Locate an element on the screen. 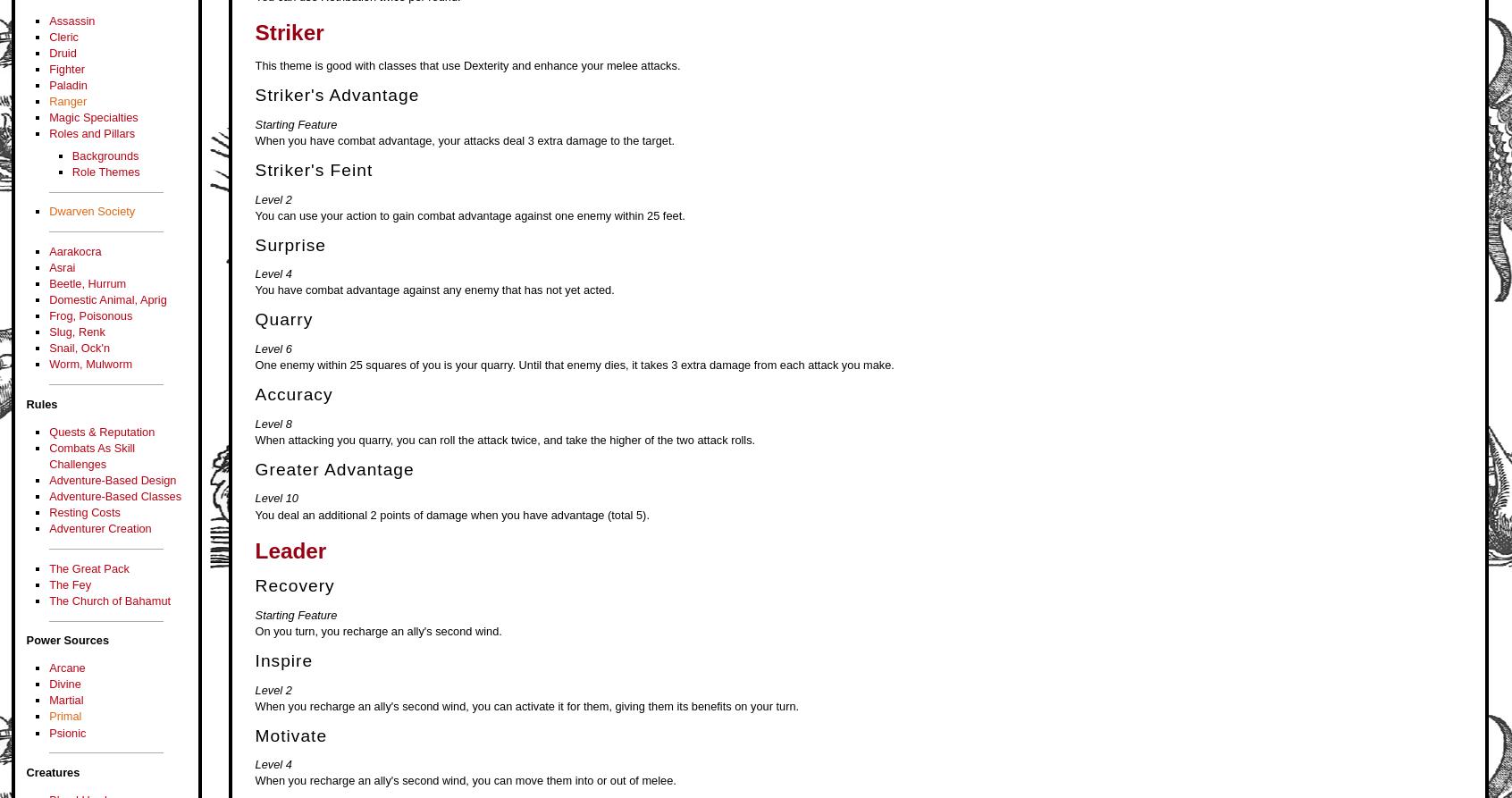 The image size is (1512, 798). 'Level 6' is located at coordinates (272, 349).